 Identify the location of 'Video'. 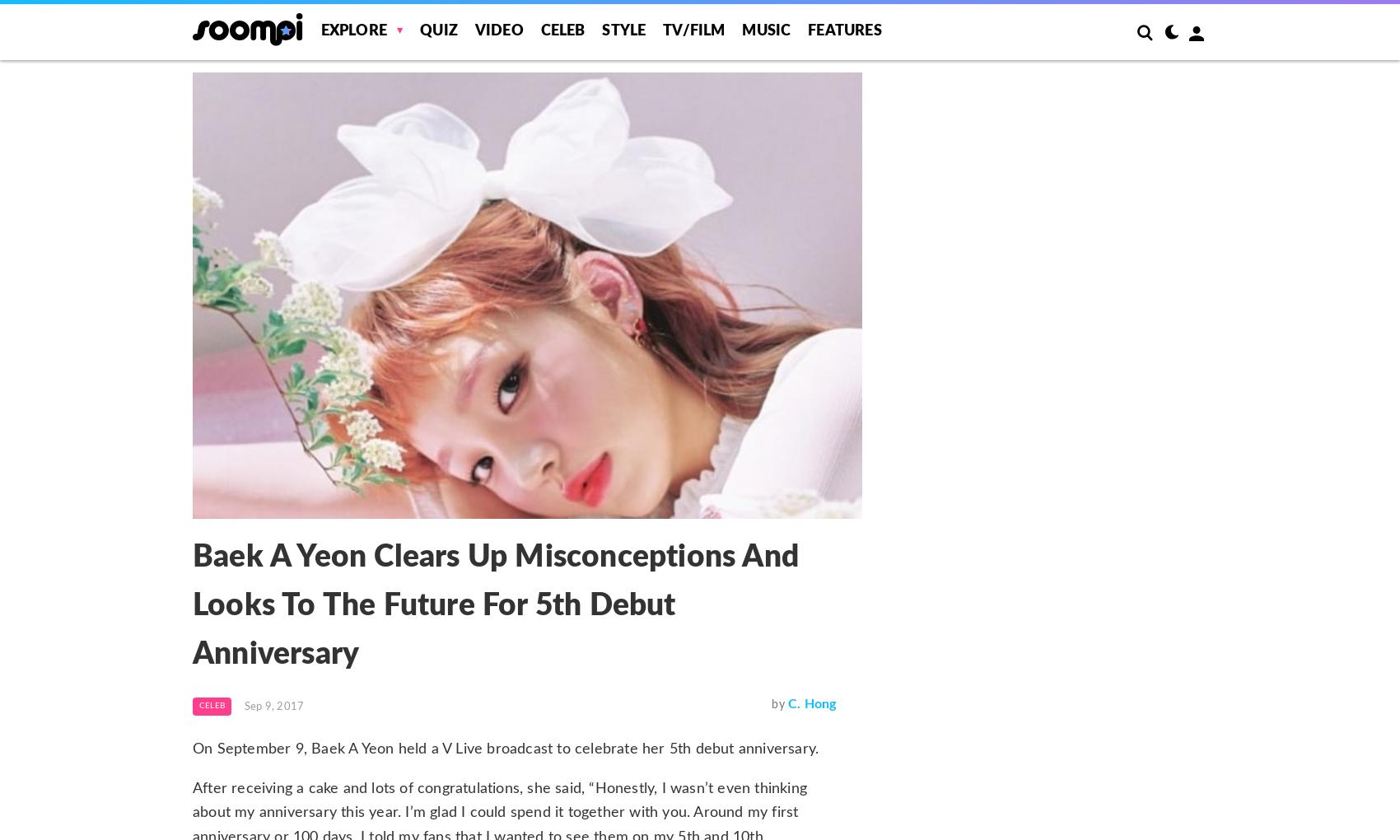
(497, 30).